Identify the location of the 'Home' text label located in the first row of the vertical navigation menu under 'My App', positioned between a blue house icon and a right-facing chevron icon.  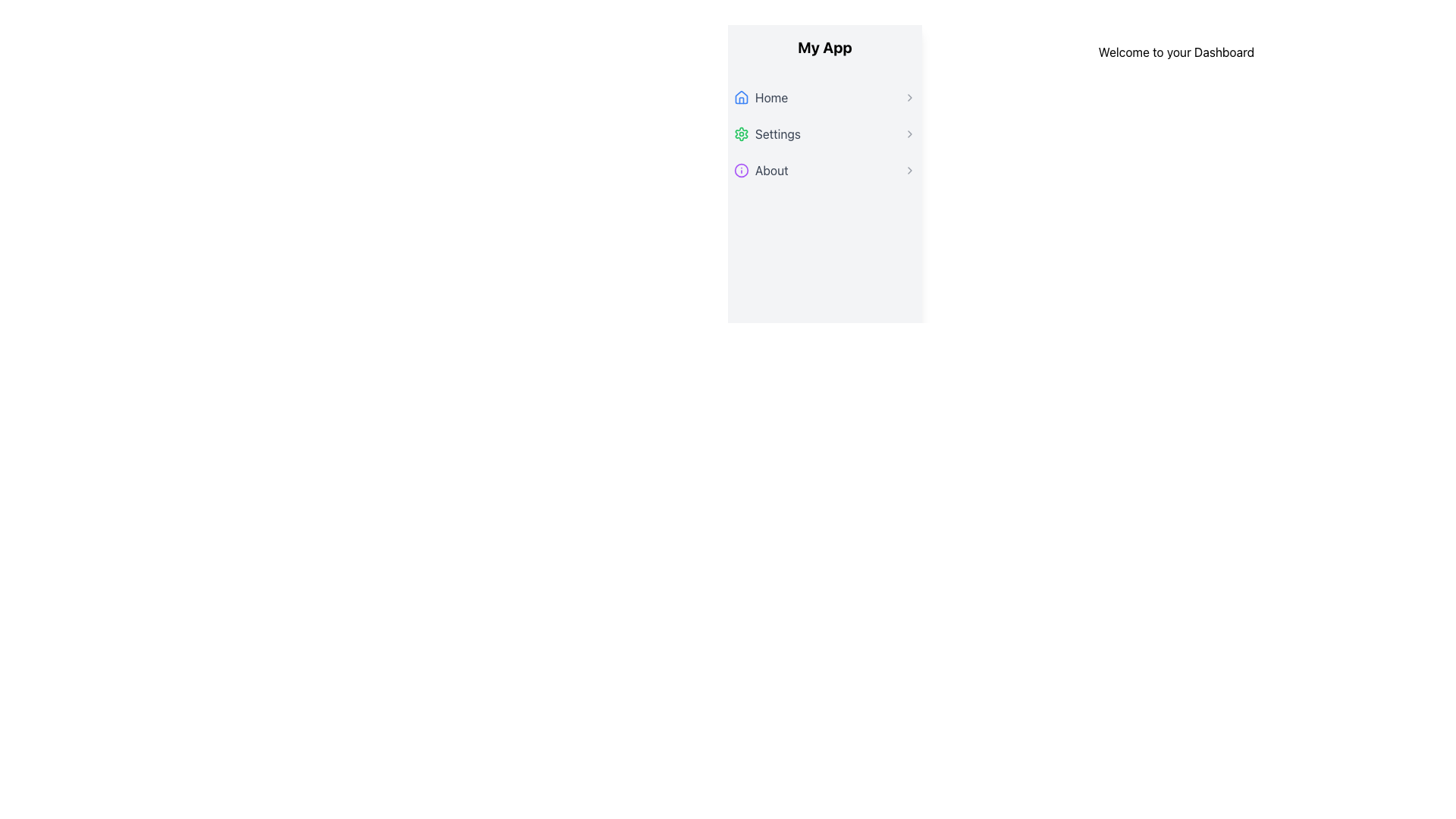
(771, 97).